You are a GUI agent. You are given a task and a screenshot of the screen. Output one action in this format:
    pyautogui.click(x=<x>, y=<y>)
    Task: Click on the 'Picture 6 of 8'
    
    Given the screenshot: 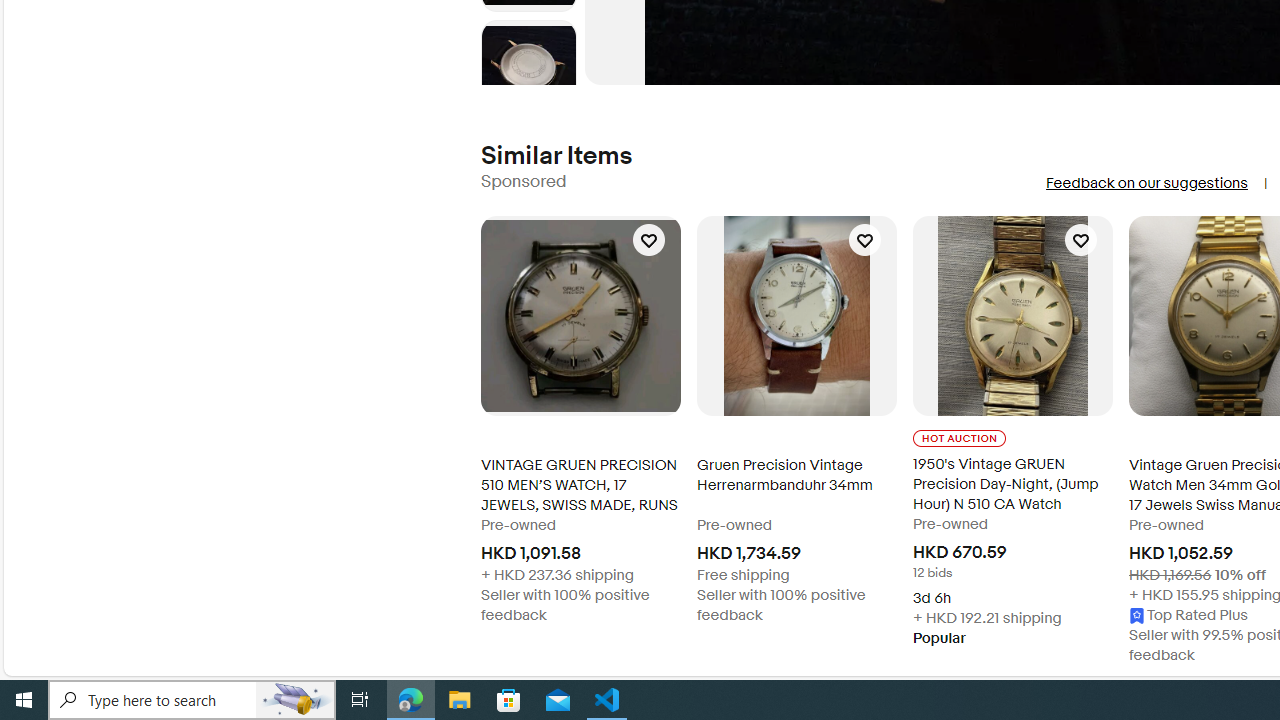 What is the action you would take?
    pyautogui.click(x=528, y=67)
    